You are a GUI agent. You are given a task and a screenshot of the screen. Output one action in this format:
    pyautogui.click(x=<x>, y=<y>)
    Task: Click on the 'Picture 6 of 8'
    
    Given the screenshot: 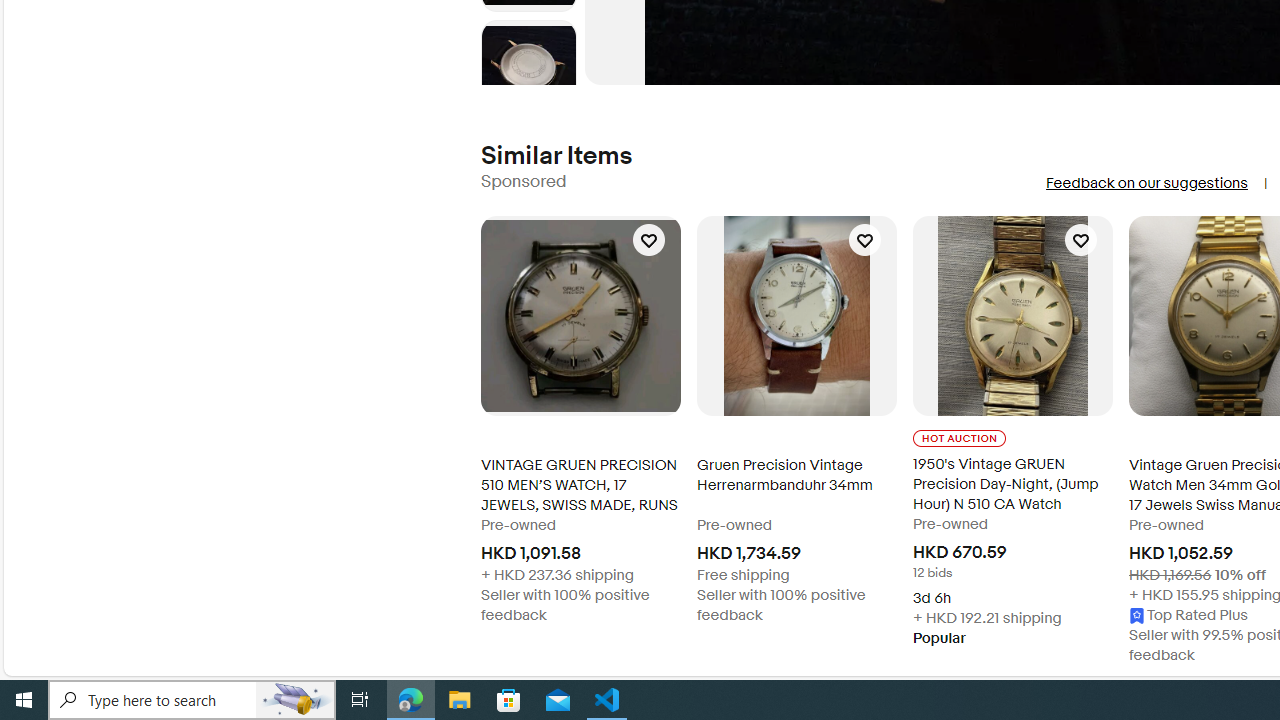 What is the action you would take?
    pyautogui.click(x=528, y=67)
    